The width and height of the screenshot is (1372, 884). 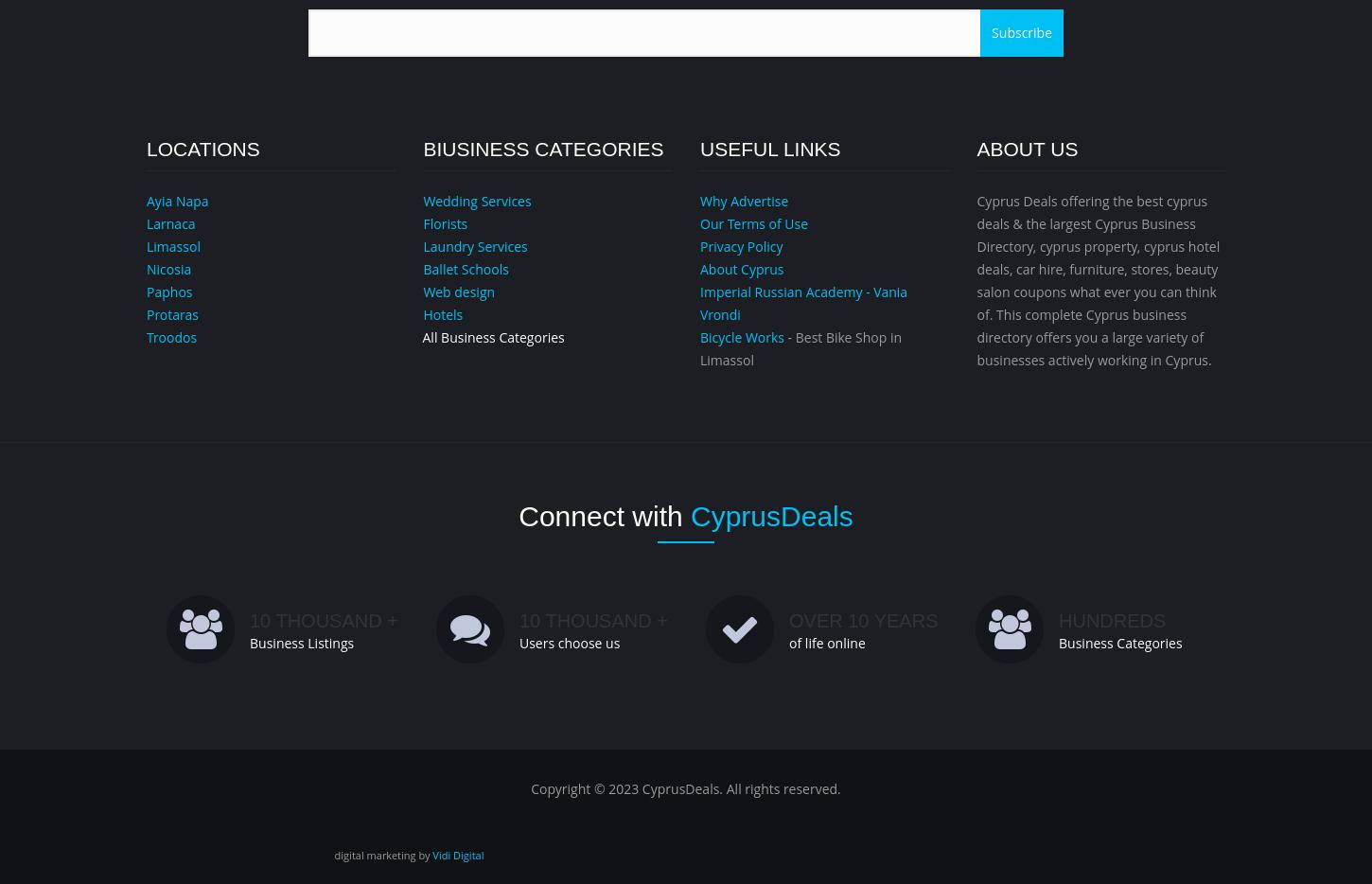 What do you see at coordinates (171, 246) in the screenshot?
I see `'Limassol'` at bounding box center [171, 246].